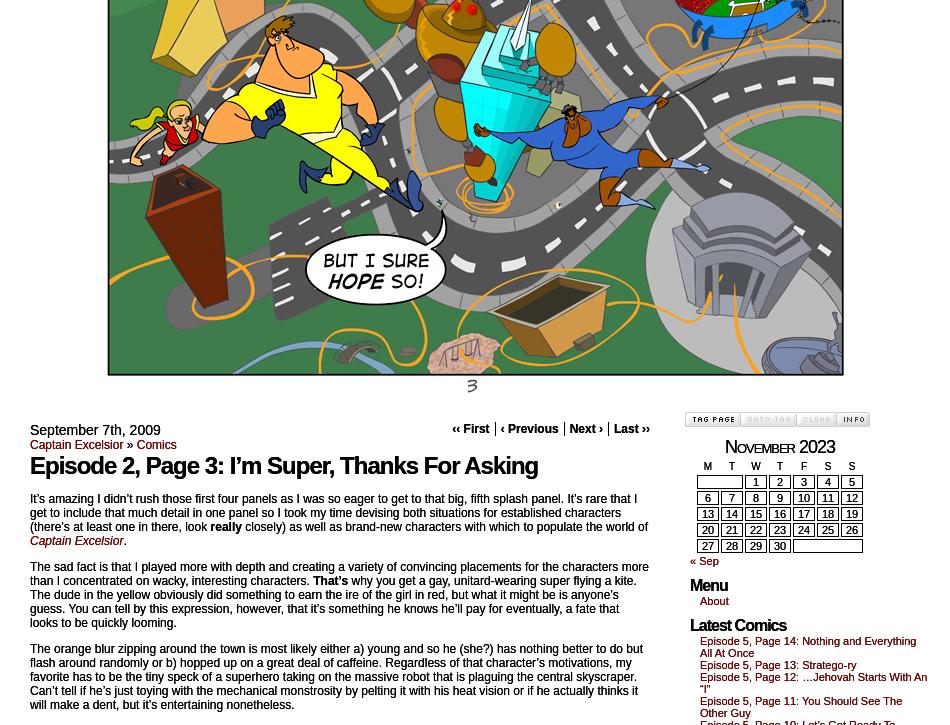  Describe the element at coordinates (337, 573) in the screenshot. I see `'The sad fact is that I played more with depth and creating a variety of convincing placements for the characters more than I concentrated on wacky, interesting characters.'` at that location.